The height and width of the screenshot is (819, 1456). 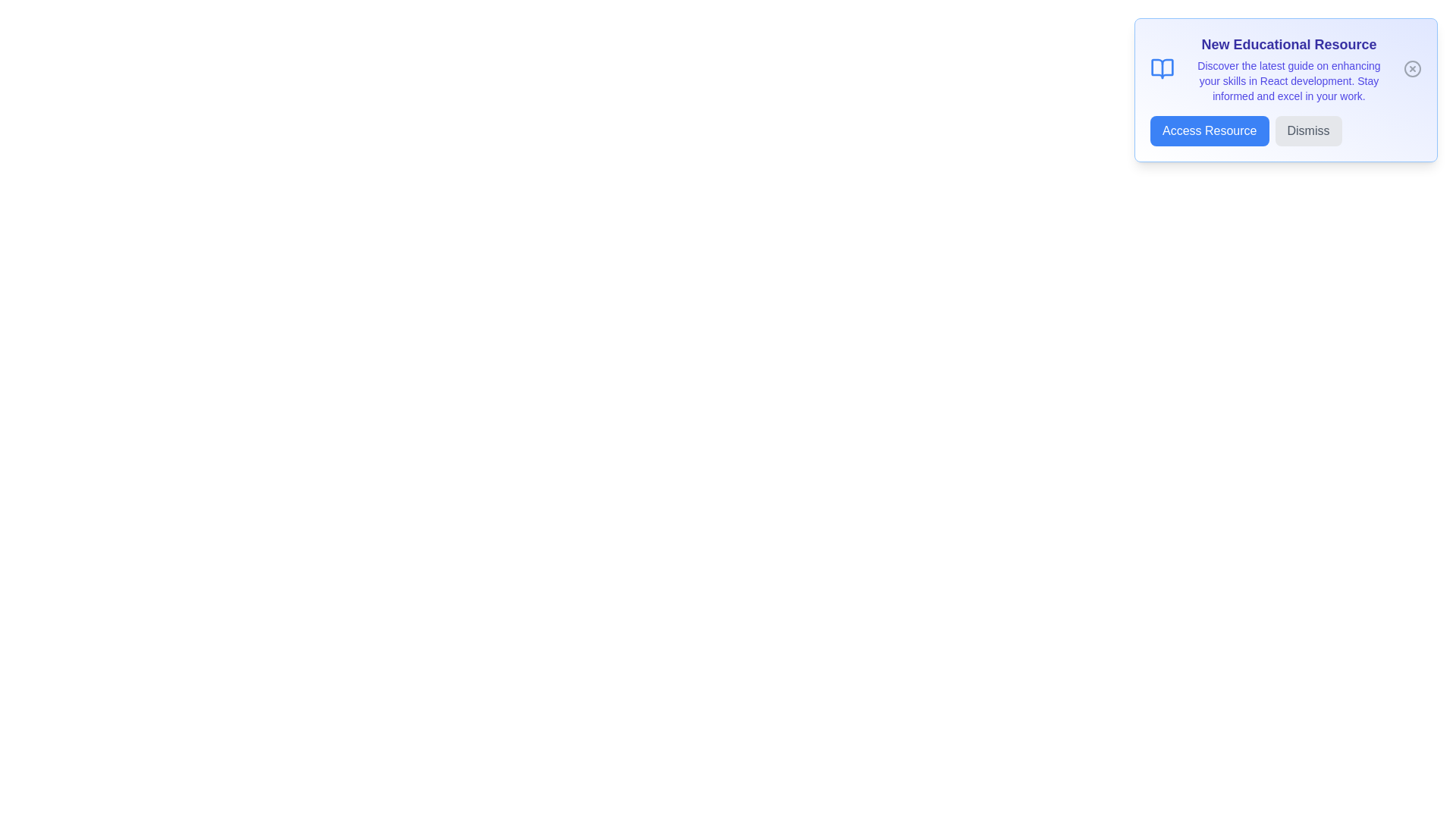 What do you see at coordinates (1411, 69) in the screenshot?
I see `the close icon button to close the alert` at bounding box center [1411, 69].